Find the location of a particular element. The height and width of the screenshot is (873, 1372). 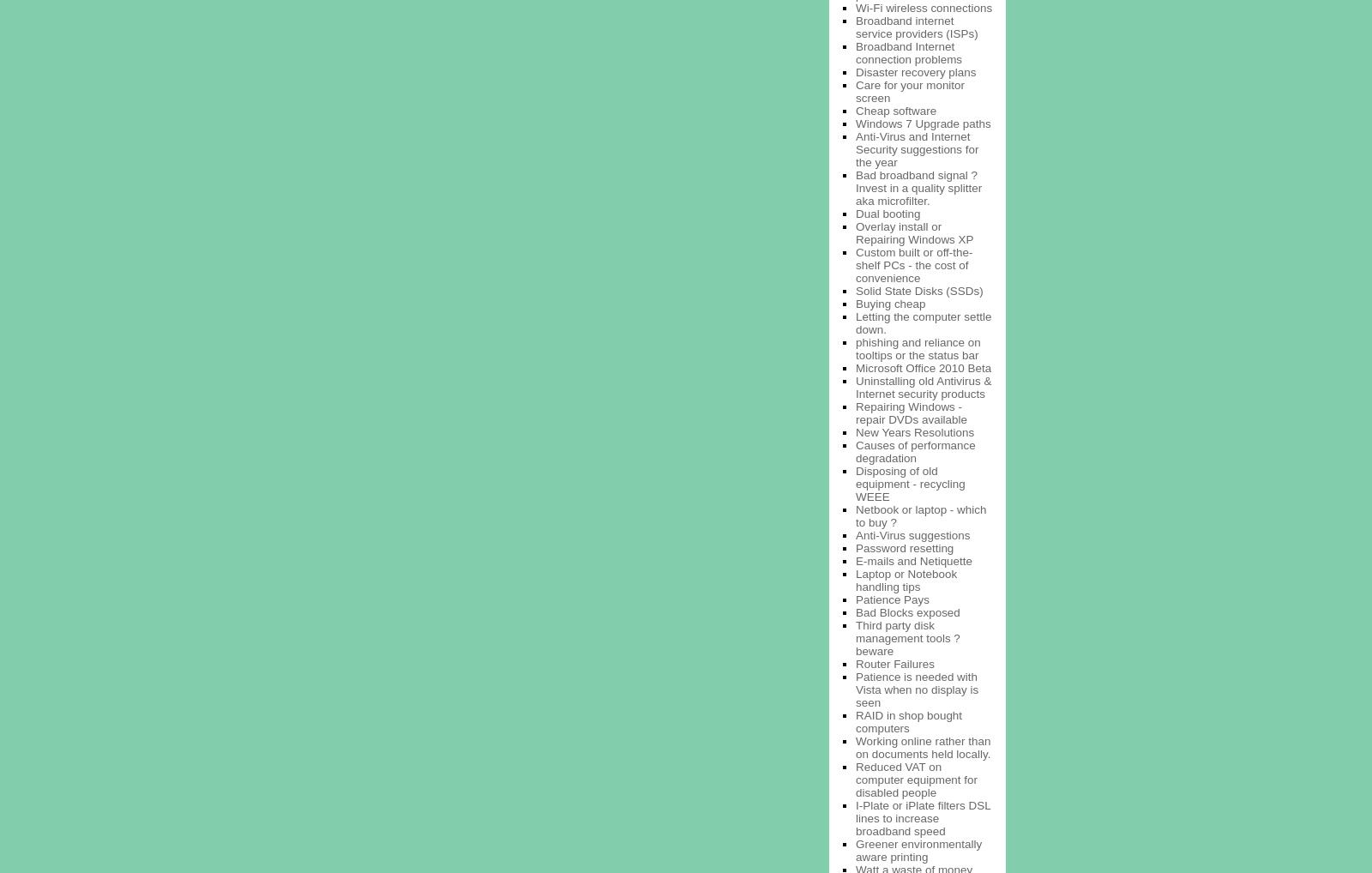

'Custom built or off-the-shelf PCs - the cost of convenience' is located at coordinates (914, 263).